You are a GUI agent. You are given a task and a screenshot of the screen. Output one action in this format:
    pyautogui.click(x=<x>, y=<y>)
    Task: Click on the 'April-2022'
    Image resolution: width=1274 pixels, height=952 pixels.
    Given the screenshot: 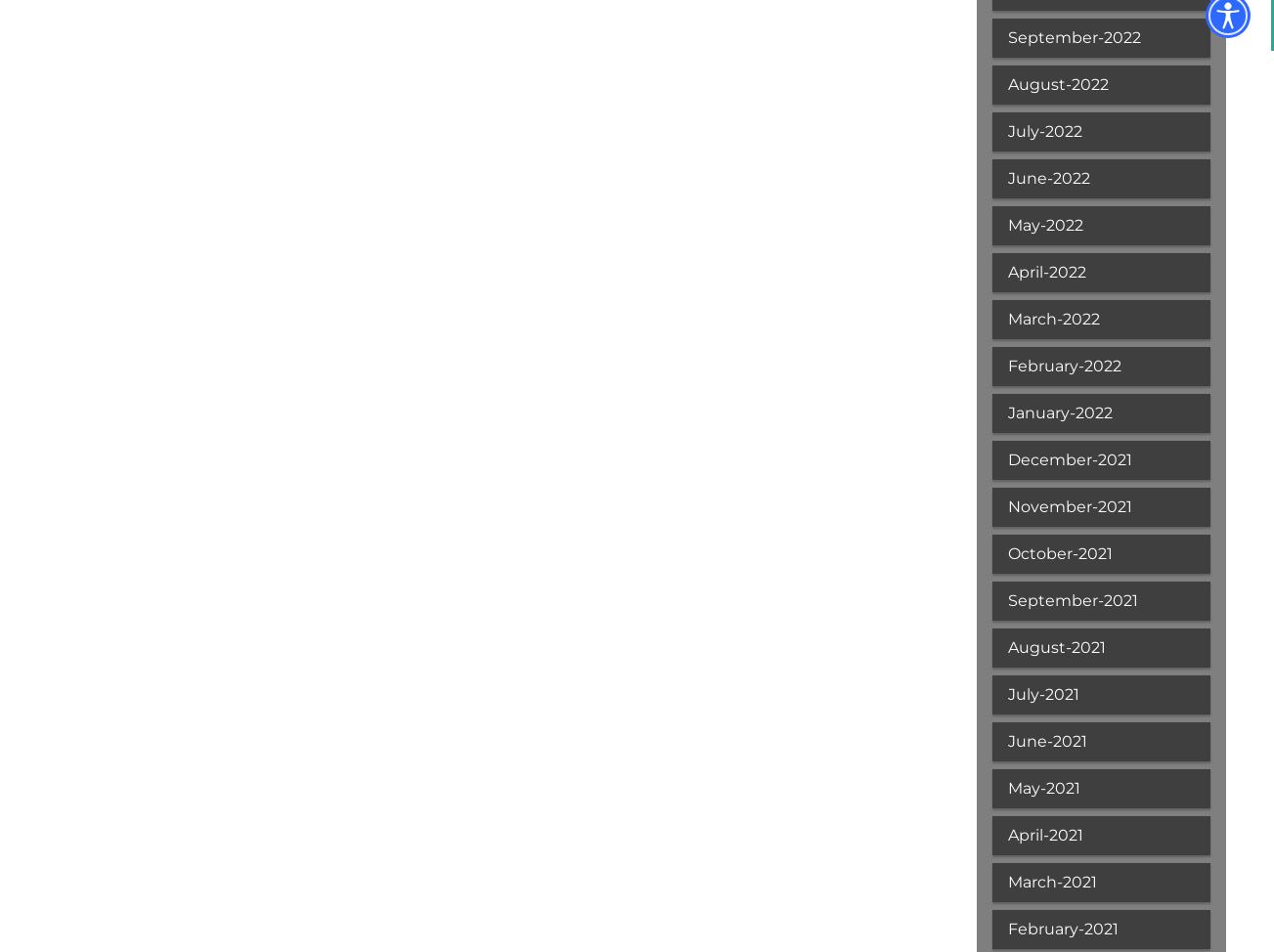 What is the action you would take?
    pyautogui.click(x=1007, y=271)
    